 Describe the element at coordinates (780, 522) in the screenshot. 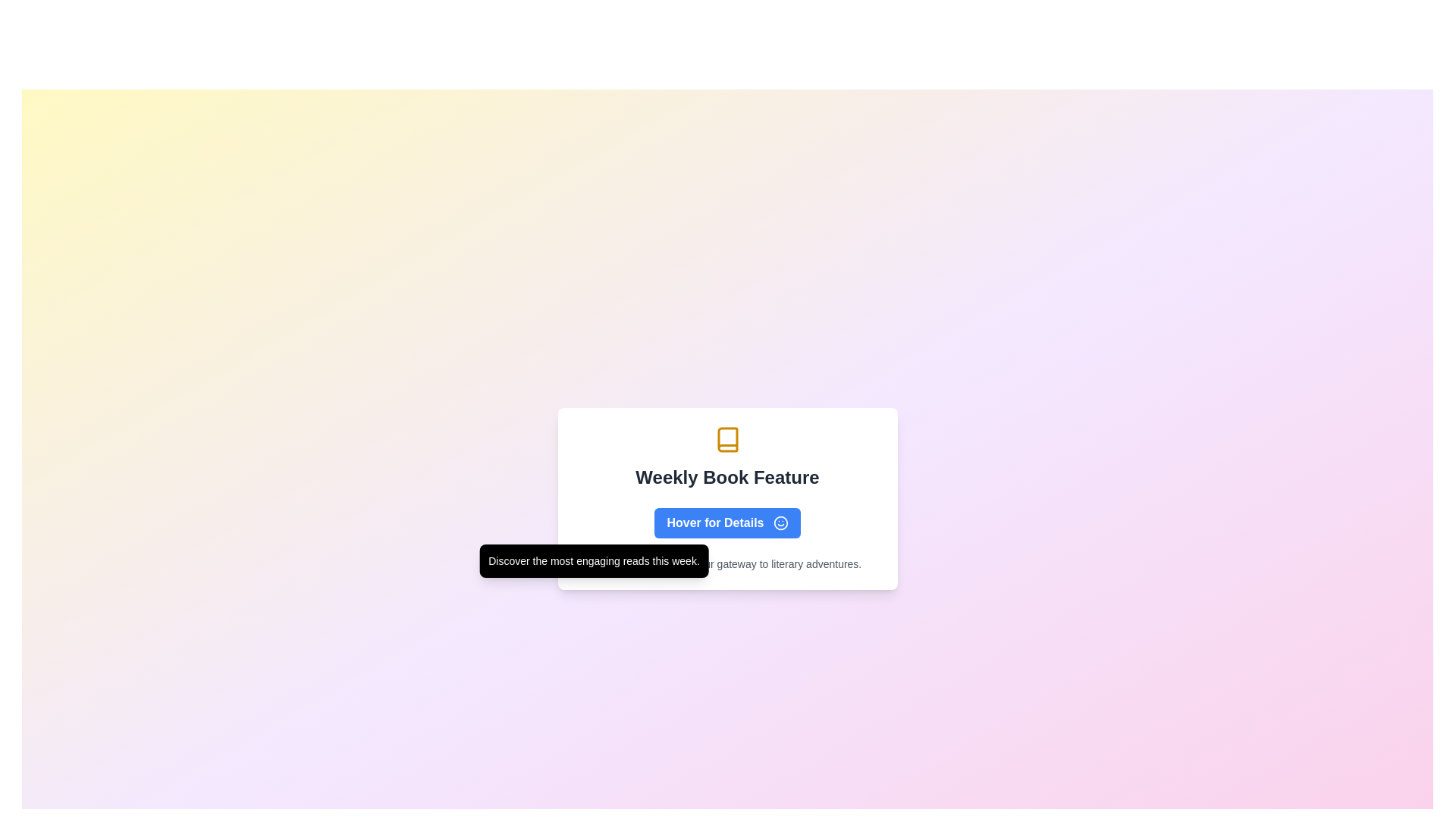

I see `the circular SVG element representing the head frame of the smiley face icon, which is located to the right of the 'Hover for Details' button` at that location.